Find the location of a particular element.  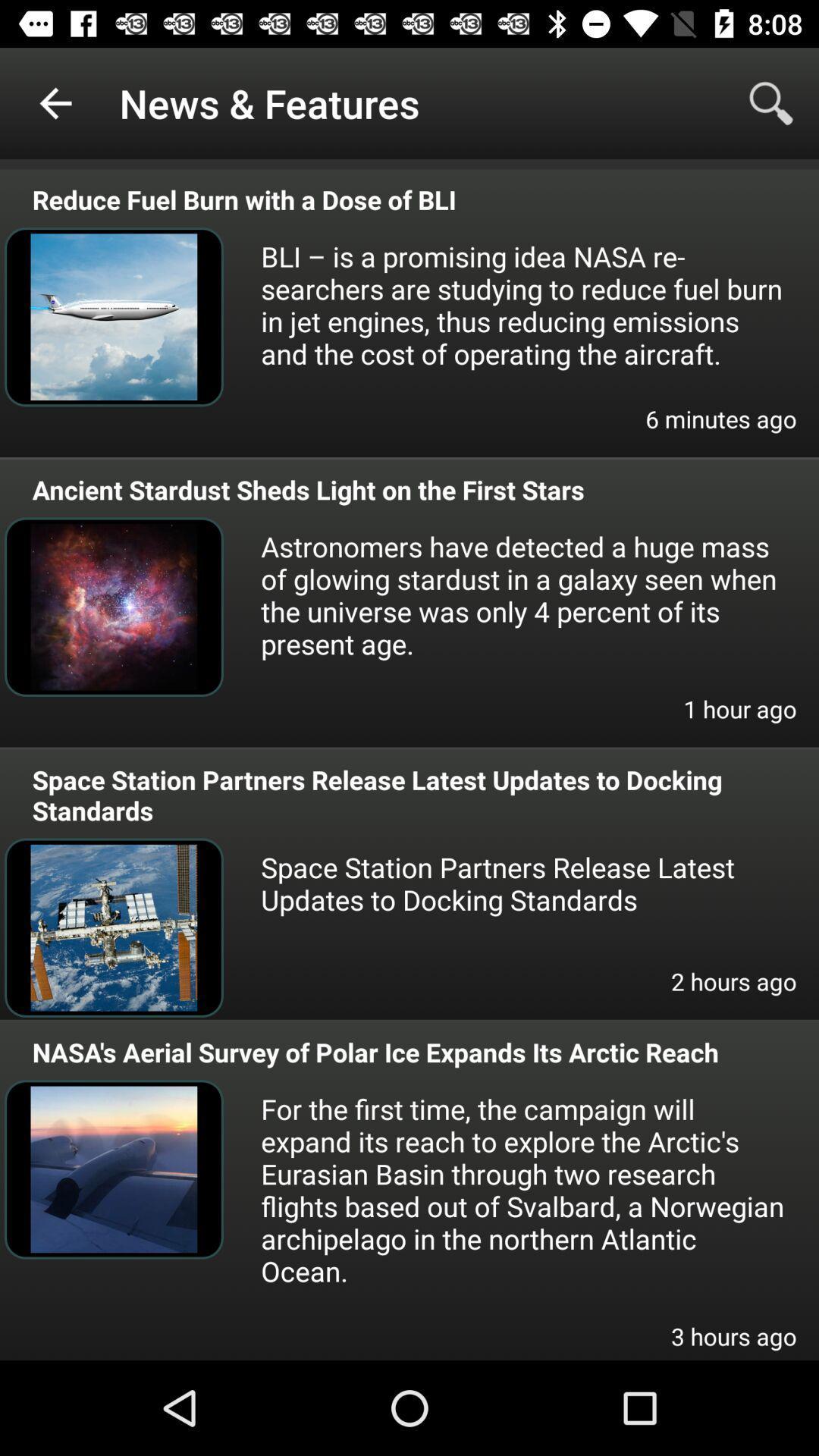

astronomers have detected icon is located at coordinates (522, 594).